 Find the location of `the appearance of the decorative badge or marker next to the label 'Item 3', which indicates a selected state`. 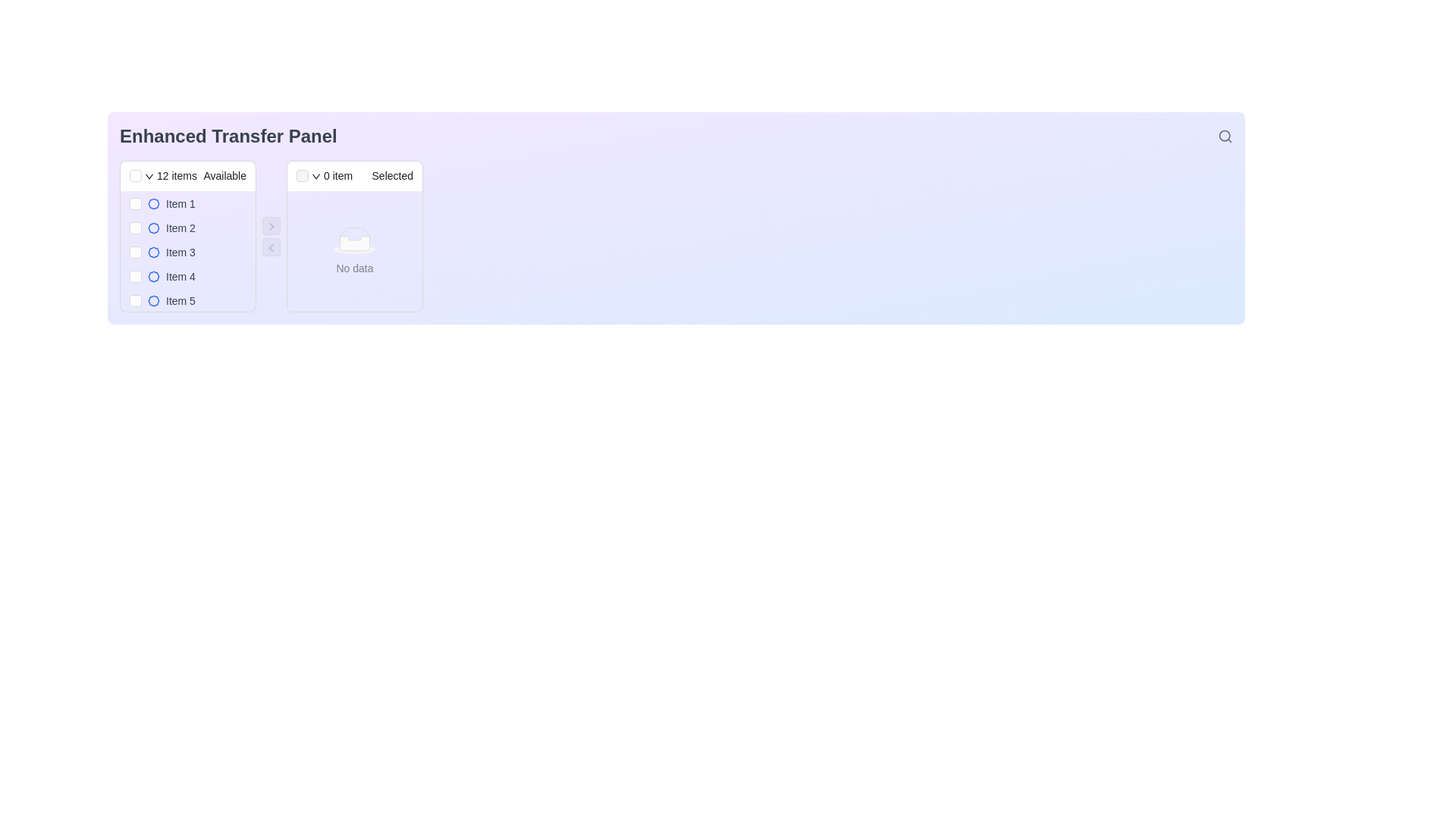

the appearance of the decorative badge or marker next to the label 'Item 3', which indicates a selected state is located at coordinates (153, 251).